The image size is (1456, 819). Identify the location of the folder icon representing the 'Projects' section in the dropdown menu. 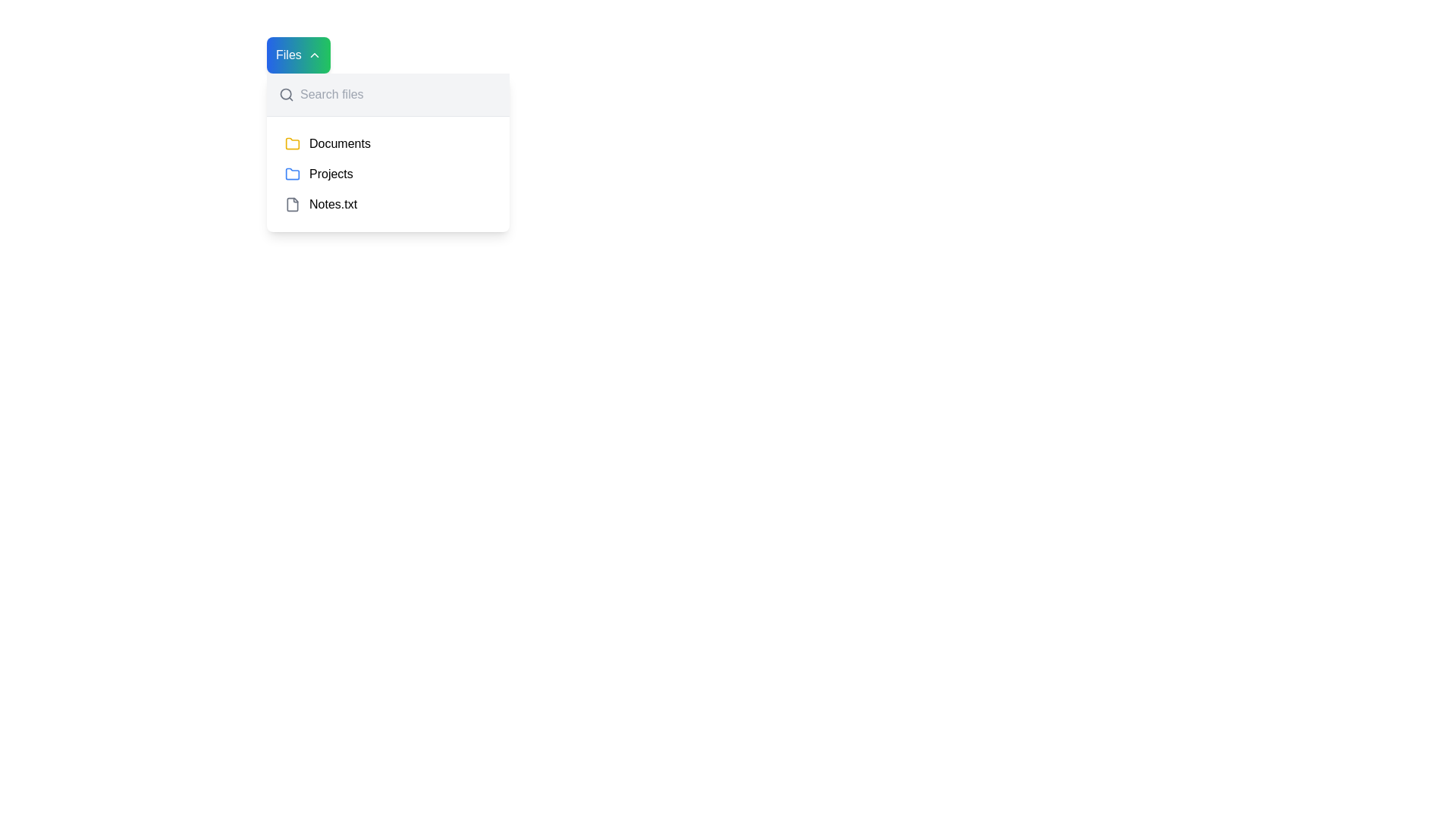
(292, 174).